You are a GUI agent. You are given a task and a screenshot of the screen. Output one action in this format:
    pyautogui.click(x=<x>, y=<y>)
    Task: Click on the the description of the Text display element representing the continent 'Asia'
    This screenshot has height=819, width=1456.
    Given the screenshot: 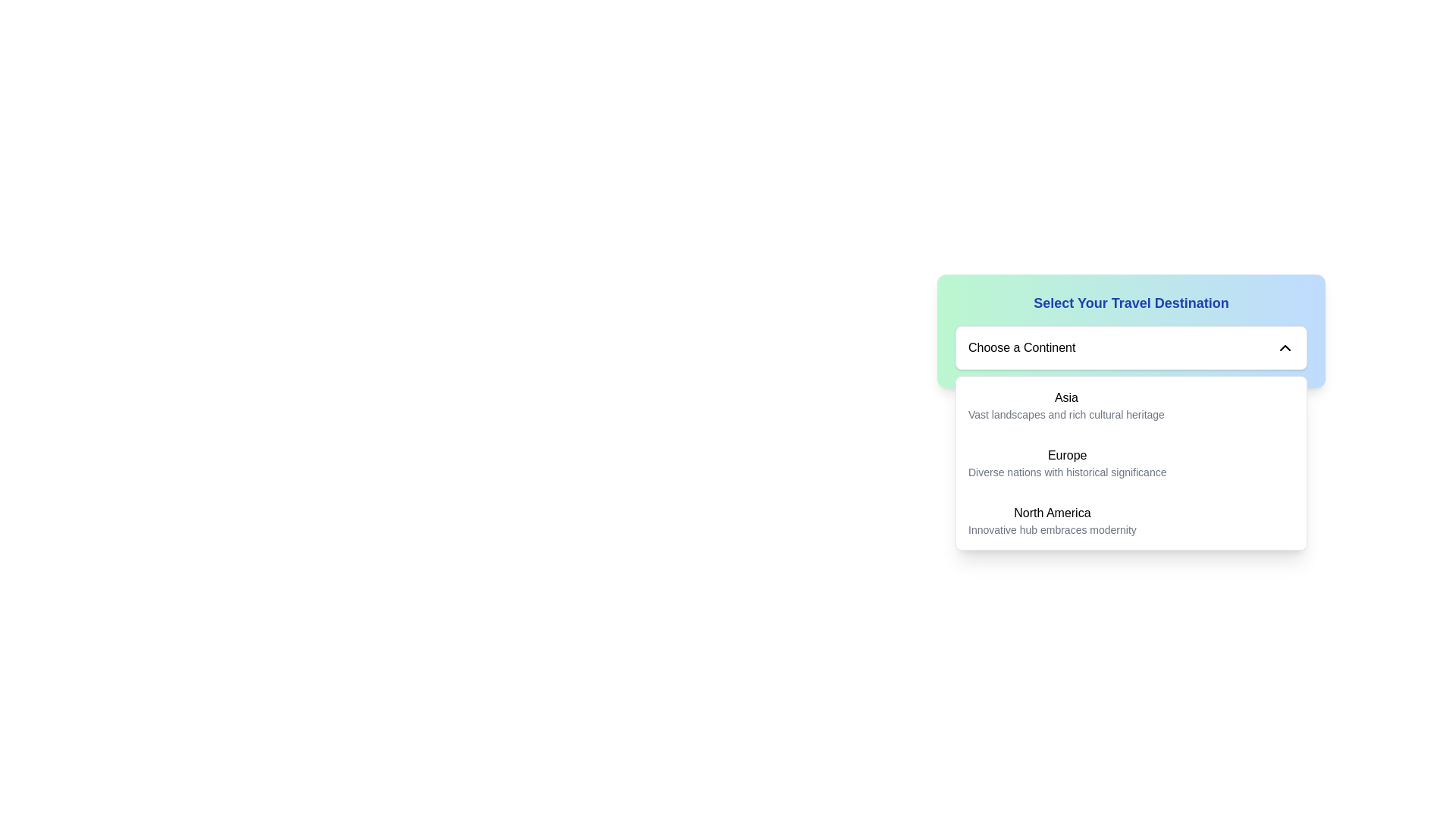 What is the action you would take?
    pyautogui.click(x=1065, y=405)
    